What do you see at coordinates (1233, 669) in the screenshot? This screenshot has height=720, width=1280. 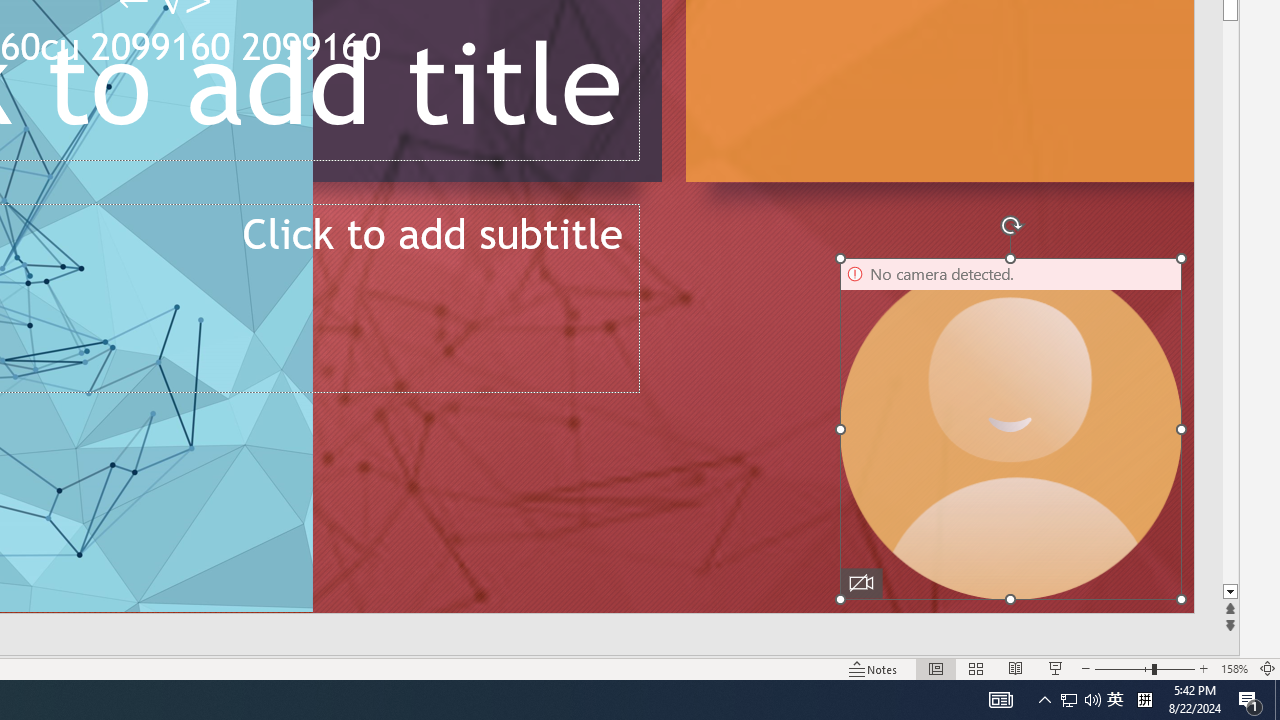 I see `'Zoom 158%'` at bounding box center [1233, 669].